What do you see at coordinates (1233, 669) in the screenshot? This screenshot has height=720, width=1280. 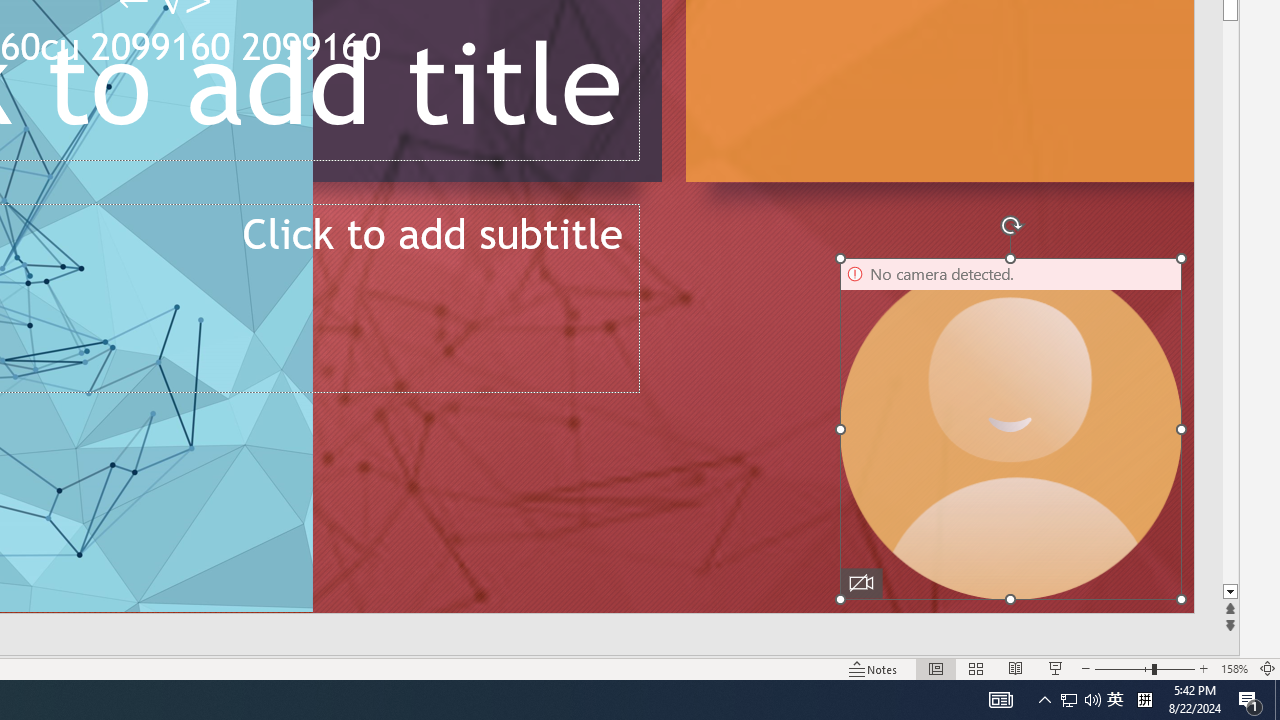 I see `'Zoom 158%'` at bounding box center [1233, 669].